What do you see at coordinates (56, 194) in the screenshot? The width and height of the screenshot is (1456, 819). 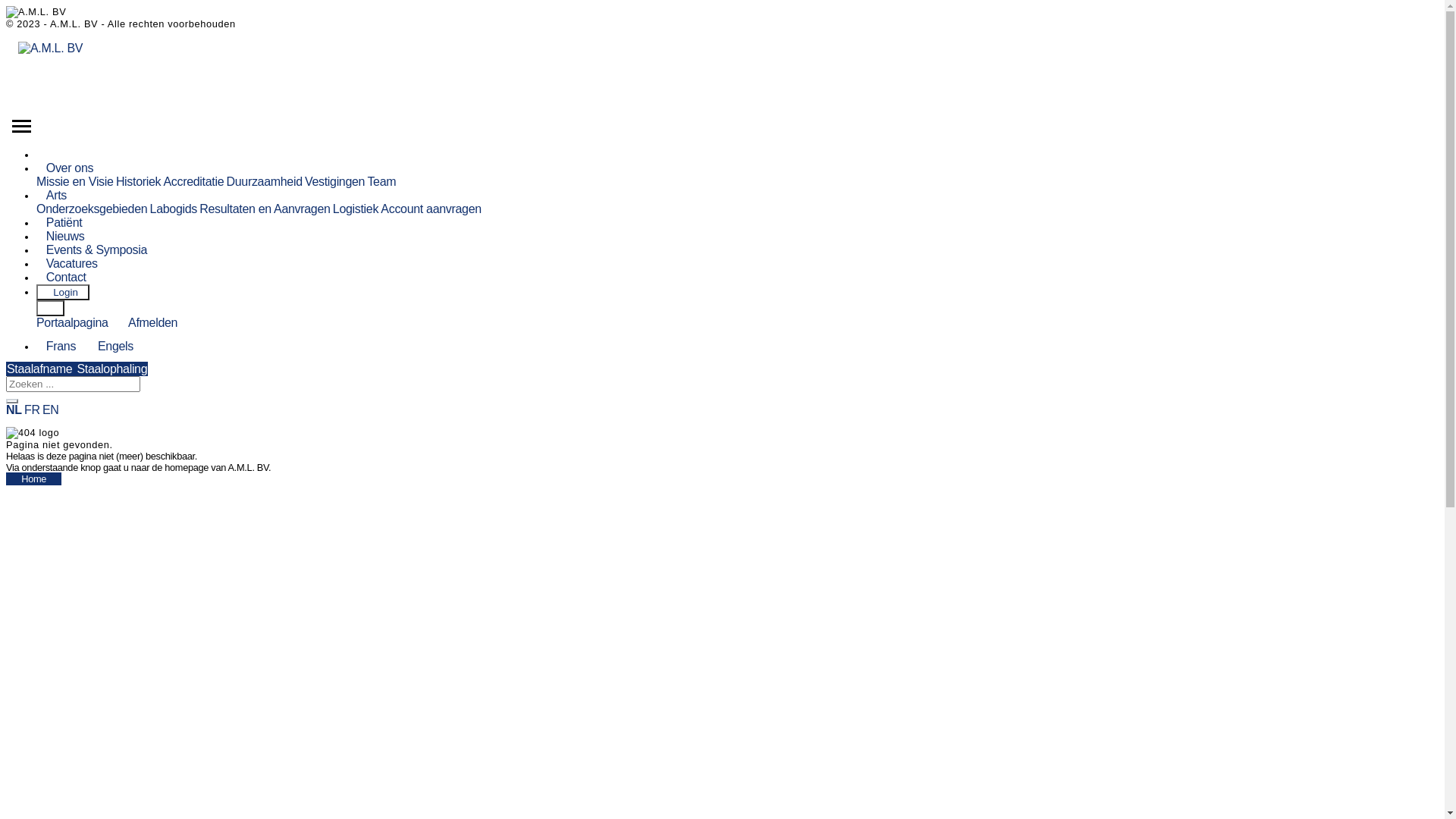 I see `'Arts'` at bounding box center [56, 194].